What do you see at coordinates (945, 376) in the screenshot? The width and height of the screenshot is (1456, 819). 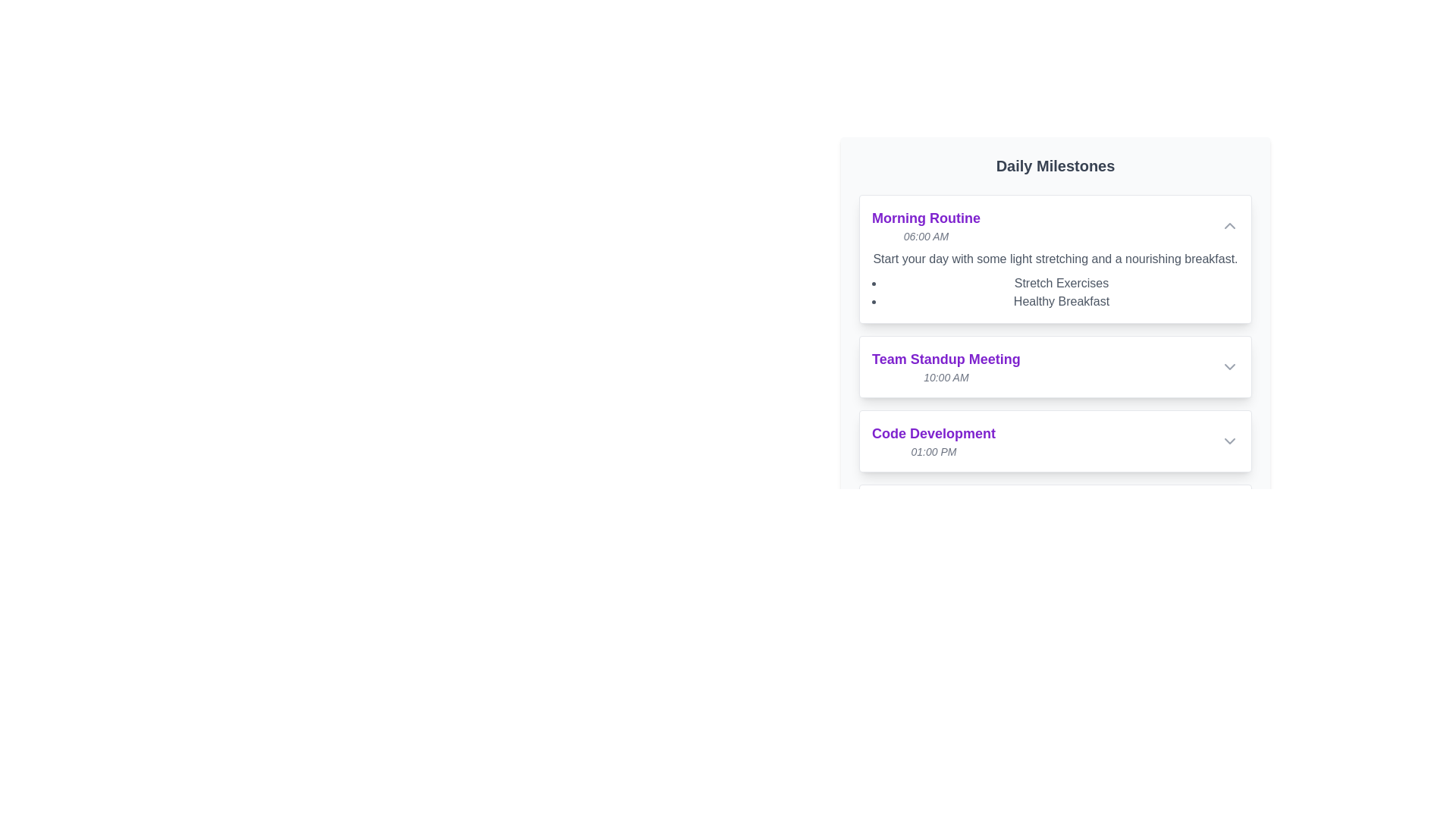 I see `the Text Label displaying '10:00 AM', which is styled in gray, italicized font and positioned below the title 'Team Standup Meeting'` at bounding box center [945, 376].